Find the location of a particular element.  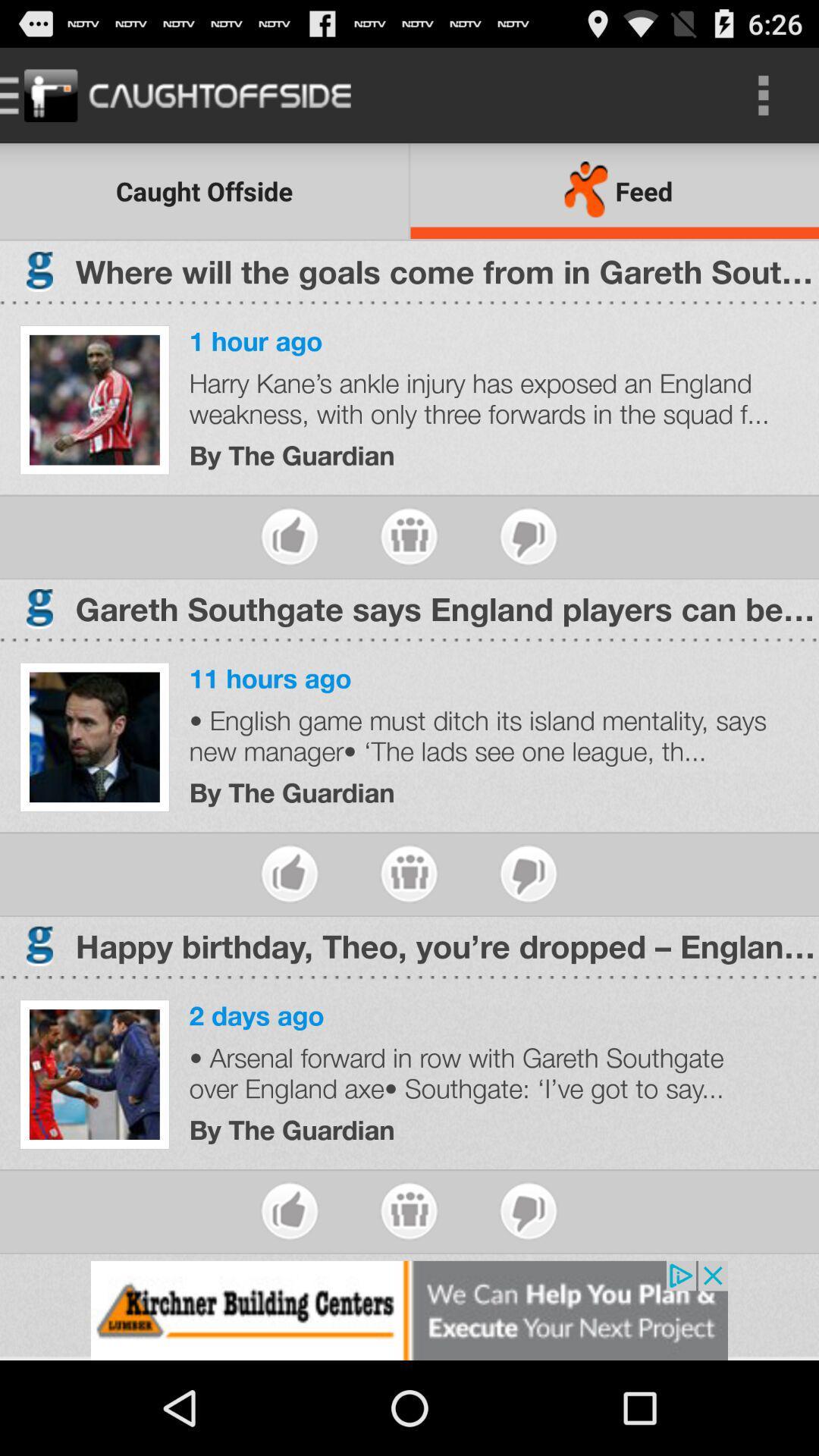

dislike is located at coordinates (528, 536).